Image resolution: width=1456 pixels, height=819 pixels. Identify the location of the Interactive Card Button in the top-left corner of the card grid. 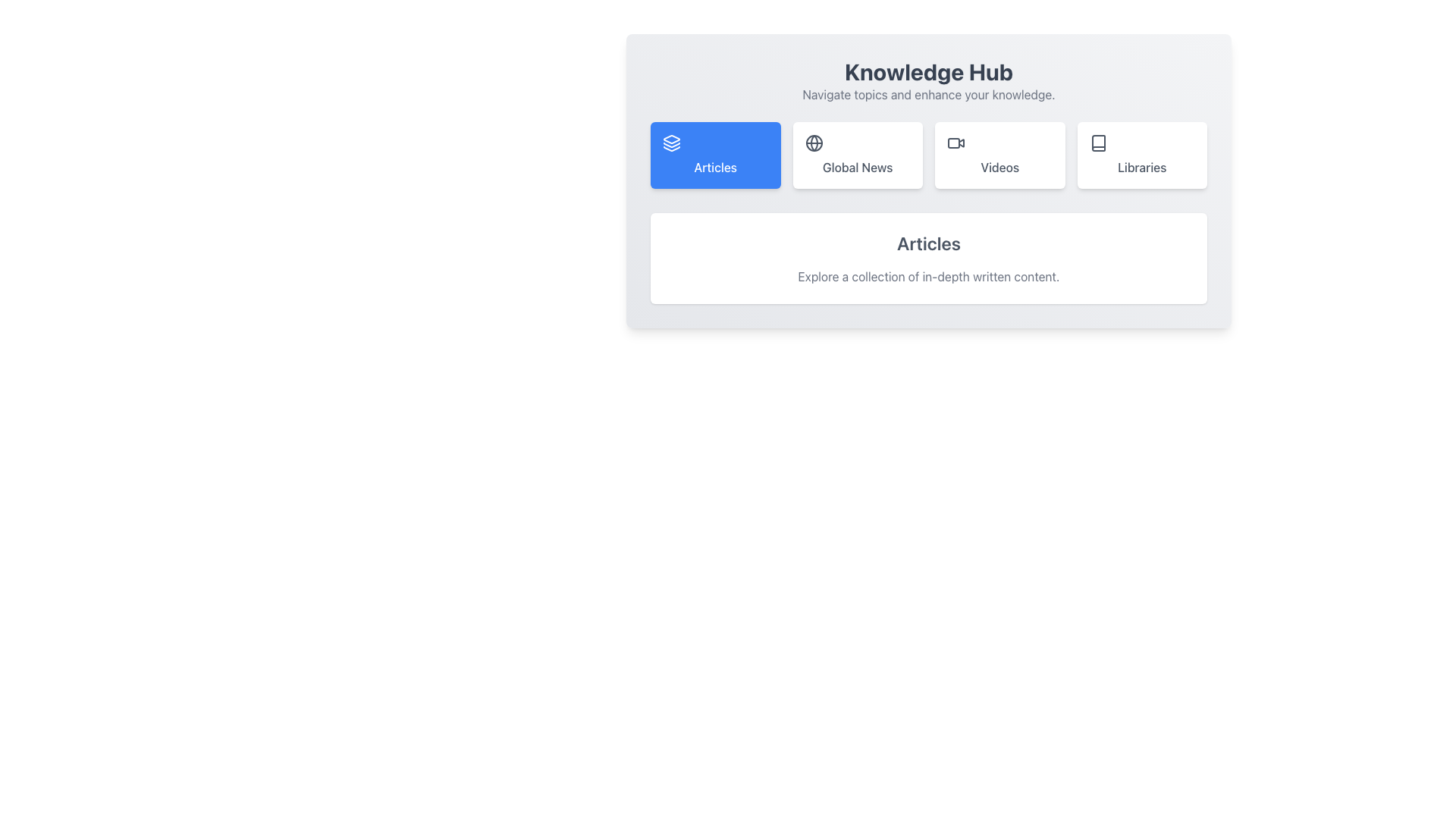
(714, 155).